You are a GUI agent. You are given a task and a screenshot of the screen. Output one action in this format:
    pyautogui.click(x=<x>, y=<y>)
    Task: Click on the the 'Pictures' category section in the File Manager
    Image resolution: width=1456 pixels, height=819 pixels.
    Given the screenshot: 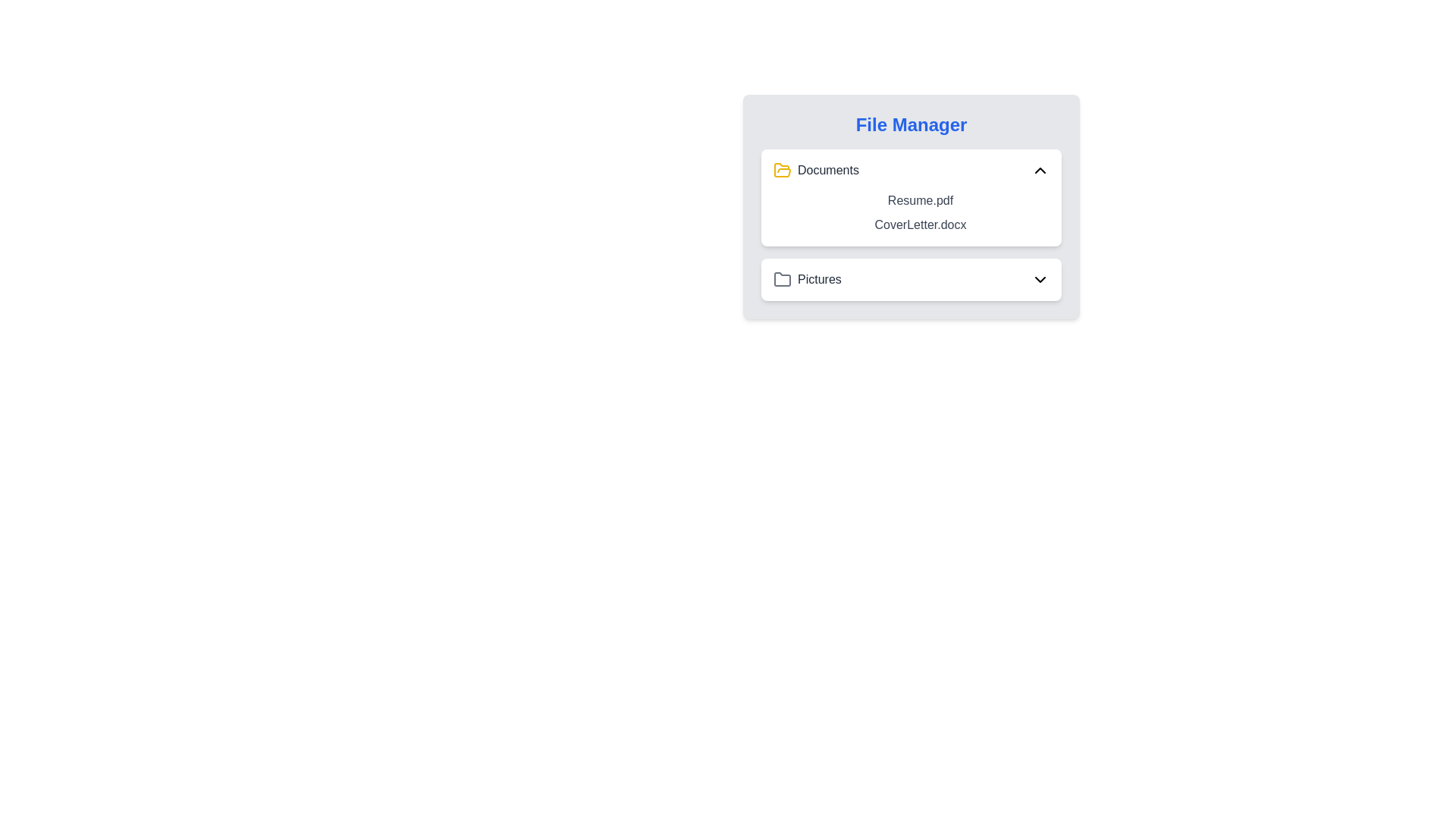 What is the action you would take?
    pyautogui.click(x=910, y=280)
    